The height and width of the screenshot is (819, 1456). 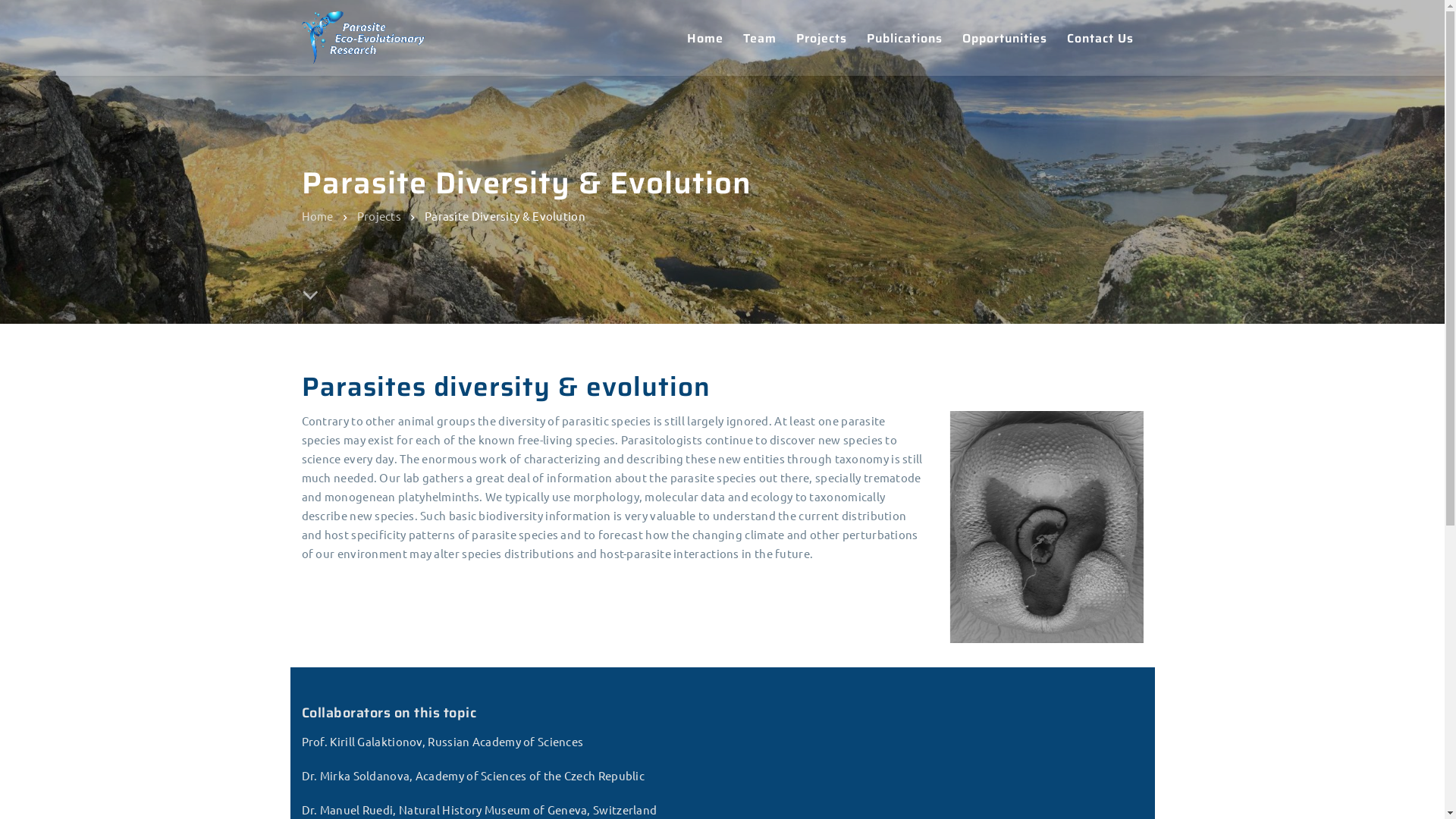 What do you see at coordinates (302, 592) in the screenshot?
I see `'Natural History Museum of Geneva'` at bounding box center [302, 592].